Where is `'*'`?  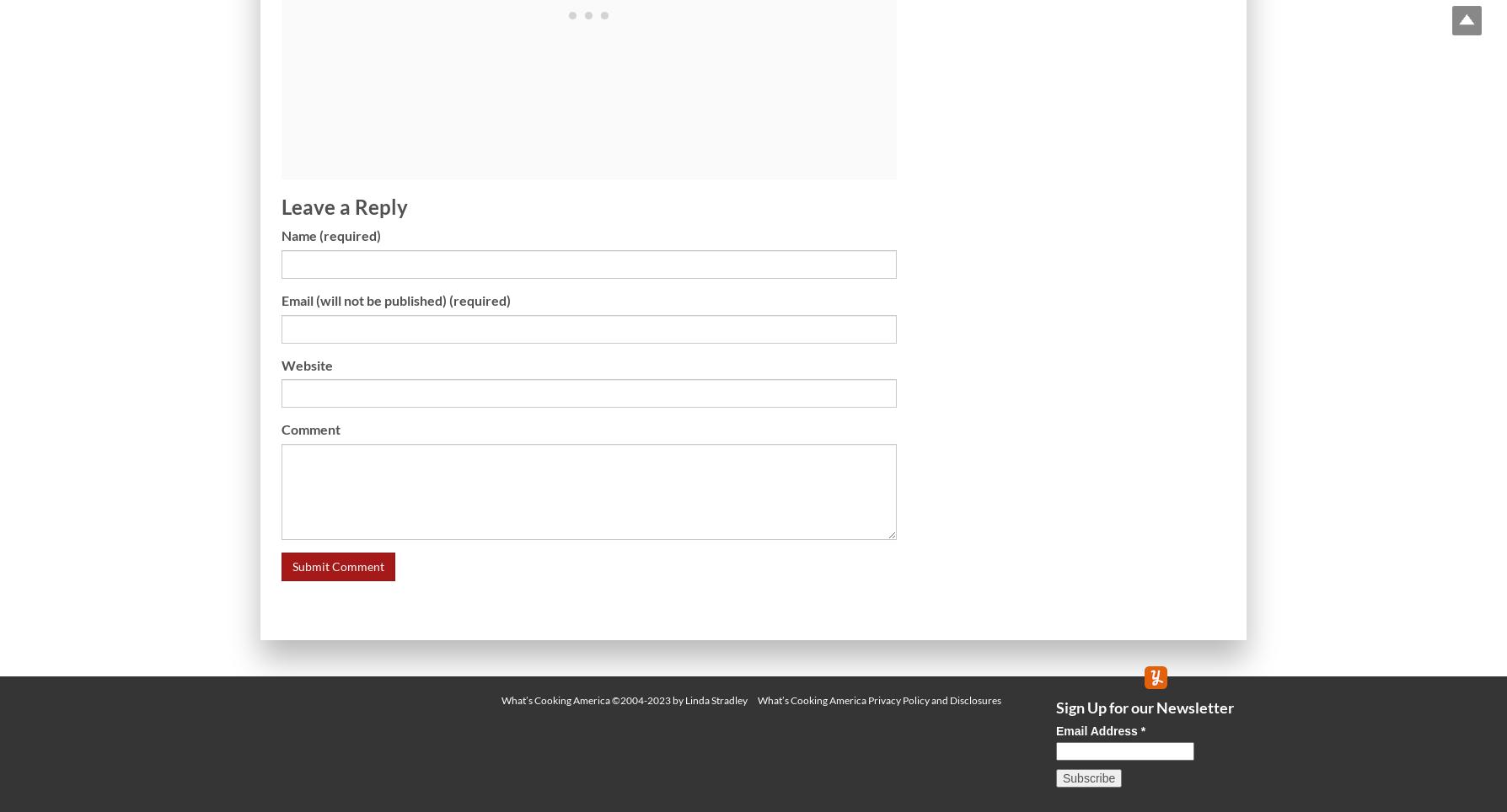 '*' is located at coordinates (1143, 730).